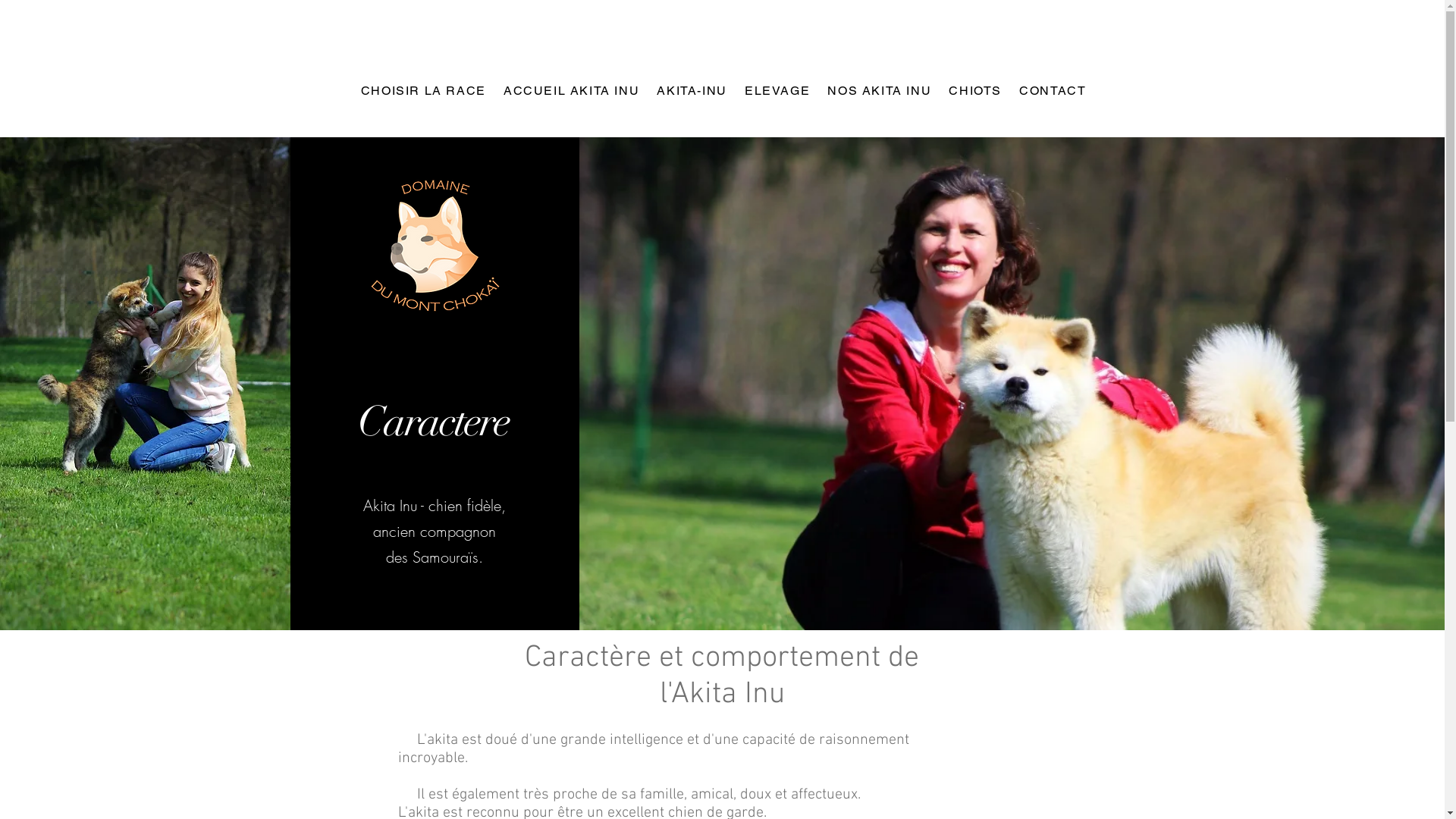 This screenshot has height=819, width=1456. What do you see at coordinates (776, 91) in the screenshot?
I see `'ELEVAGE'` at bounding box center [776, 91].